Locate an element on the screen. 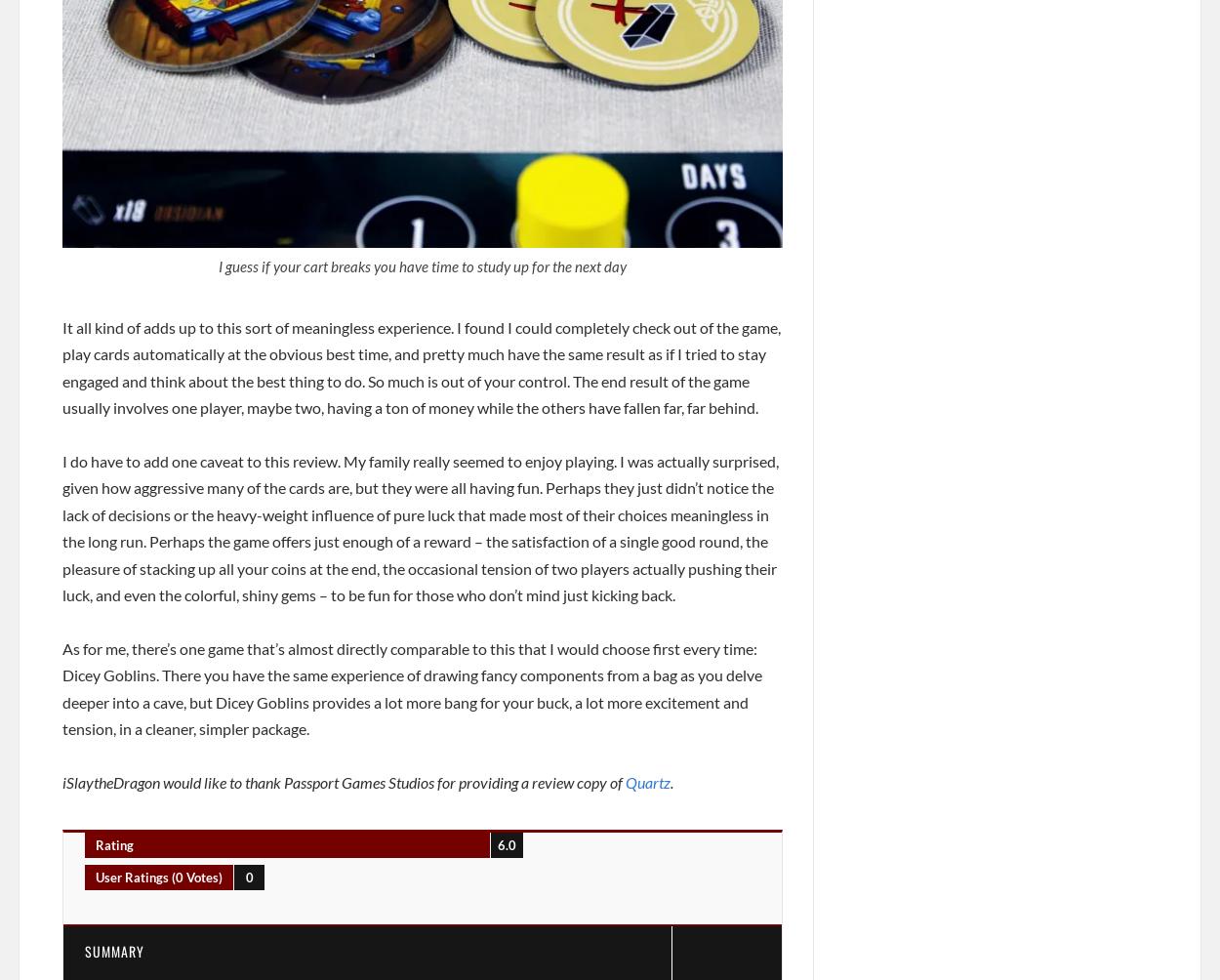 The width and height of the screenshot is (1220, 980). 'It all kind of adds up to this sort of meaningless experience. I found I could completely check out of the game, play cards automatically at the obvious best time, and pretty much have the same result as if I tried to stay engaged and think about the best thing to do. So much is out of your control. The end result of the game usually involves one player, maybe two, having a ton of money while the others have fallen far, far behind.' is located at coordinates (422, 366).